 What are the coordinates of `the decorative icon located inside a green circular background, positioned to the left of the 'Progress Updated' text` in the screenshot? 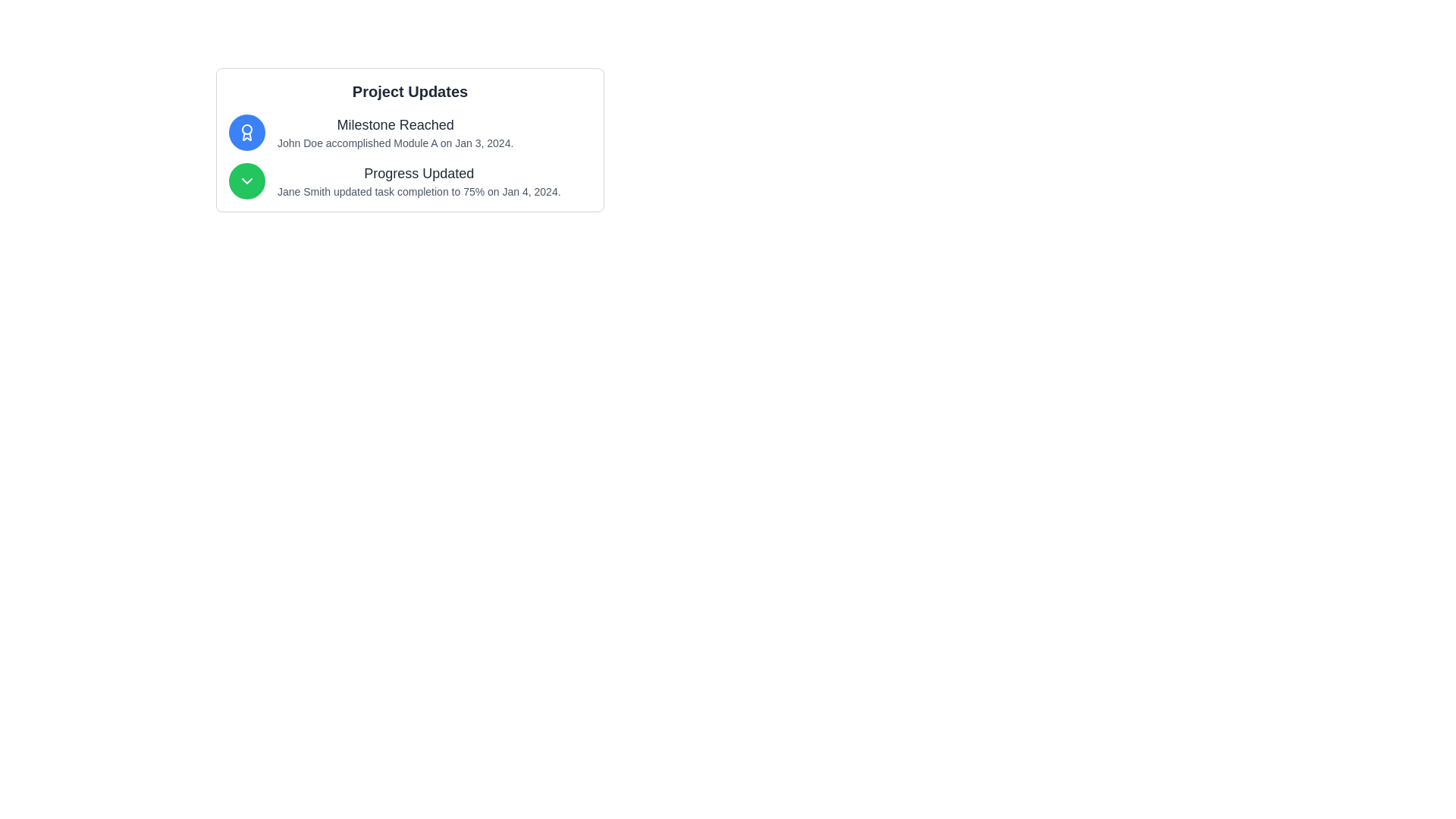 It's located at (247, 180).